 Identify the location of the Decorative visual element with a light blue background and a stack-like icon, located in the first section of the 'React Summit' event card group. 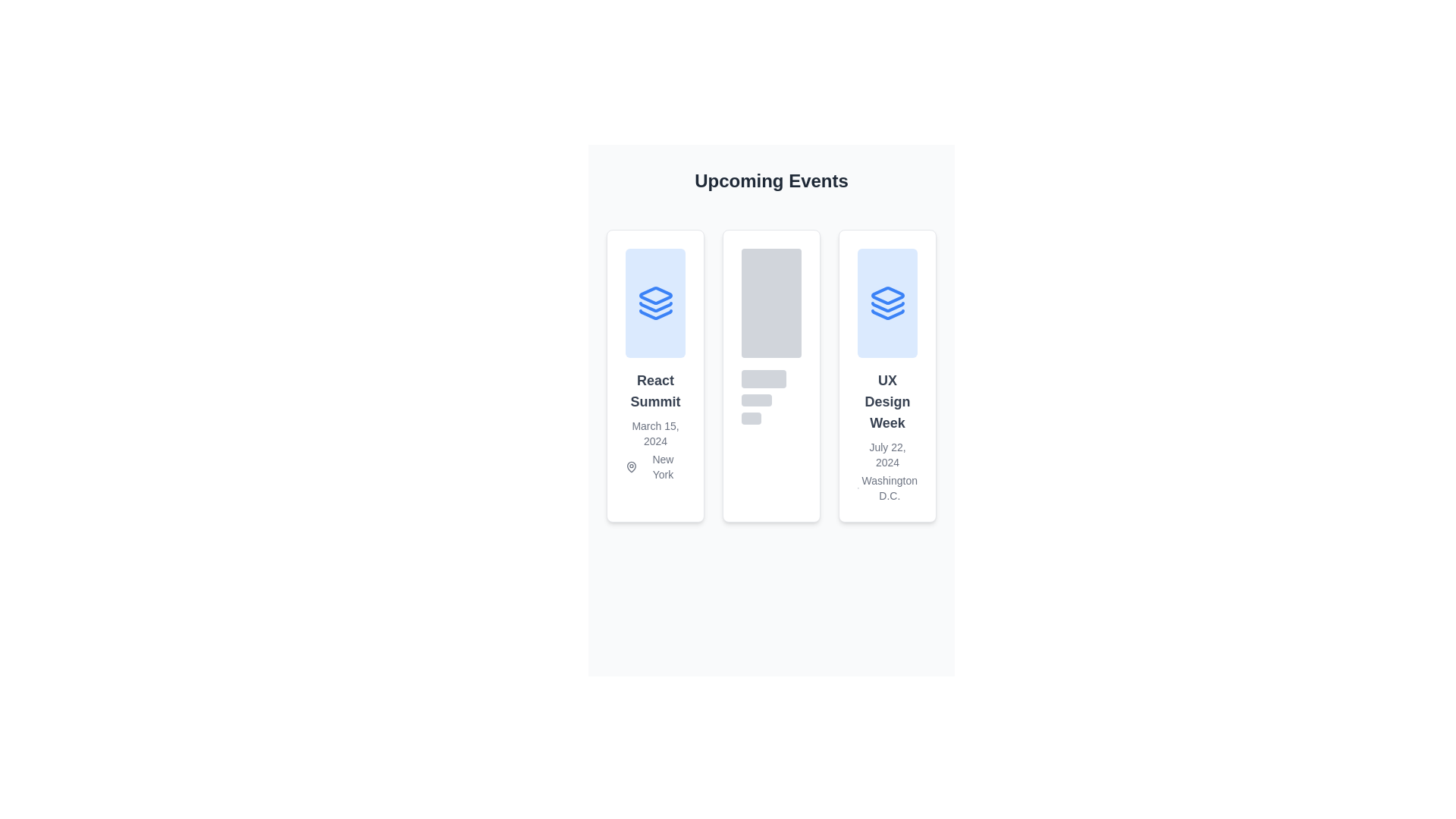
(655, 303).